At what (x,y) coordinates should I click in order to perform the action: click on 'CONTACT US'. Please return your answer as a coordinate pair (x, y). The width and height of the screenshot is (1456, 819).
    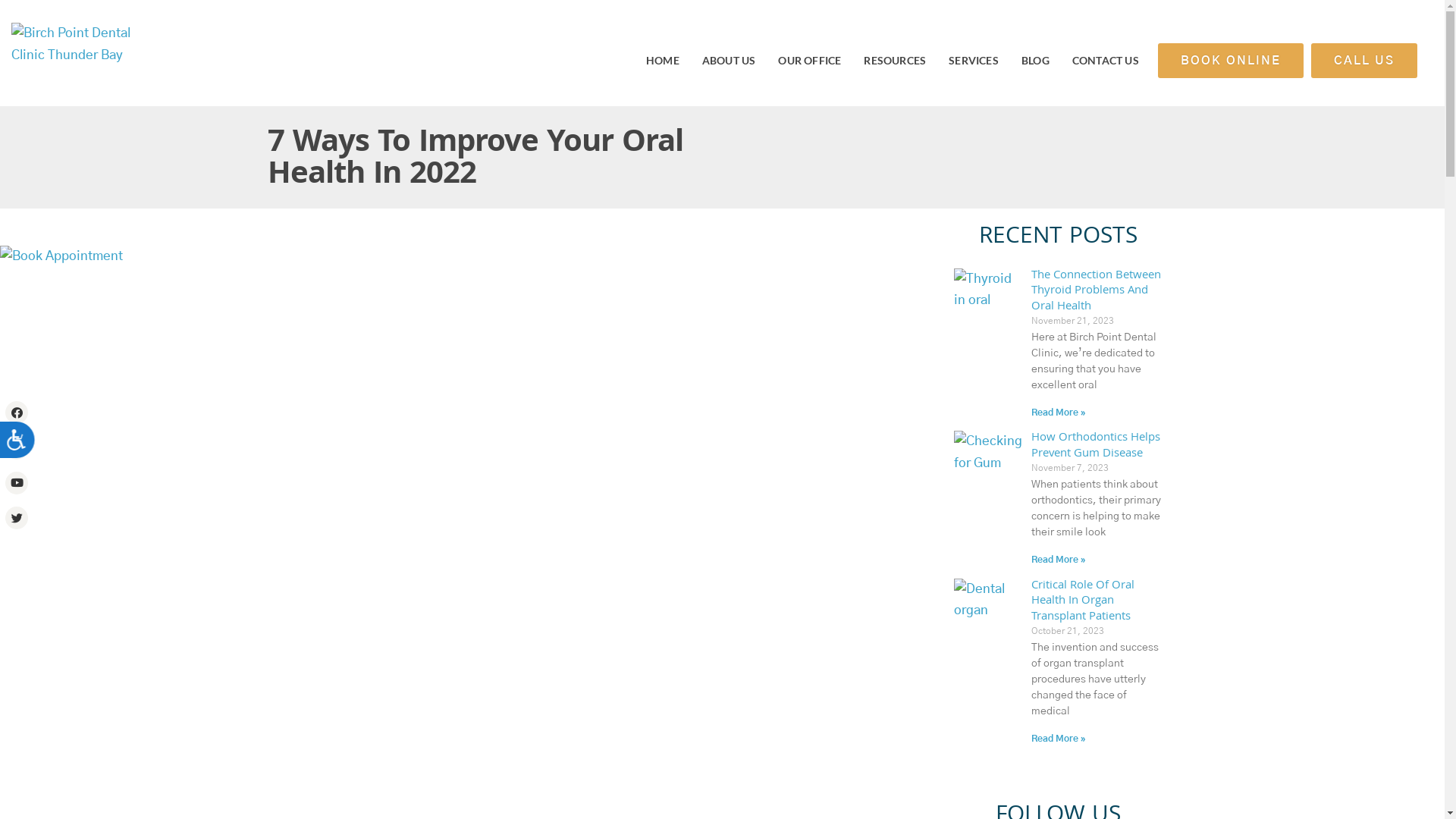
    Looking at the image, I should click on (1106, 59).